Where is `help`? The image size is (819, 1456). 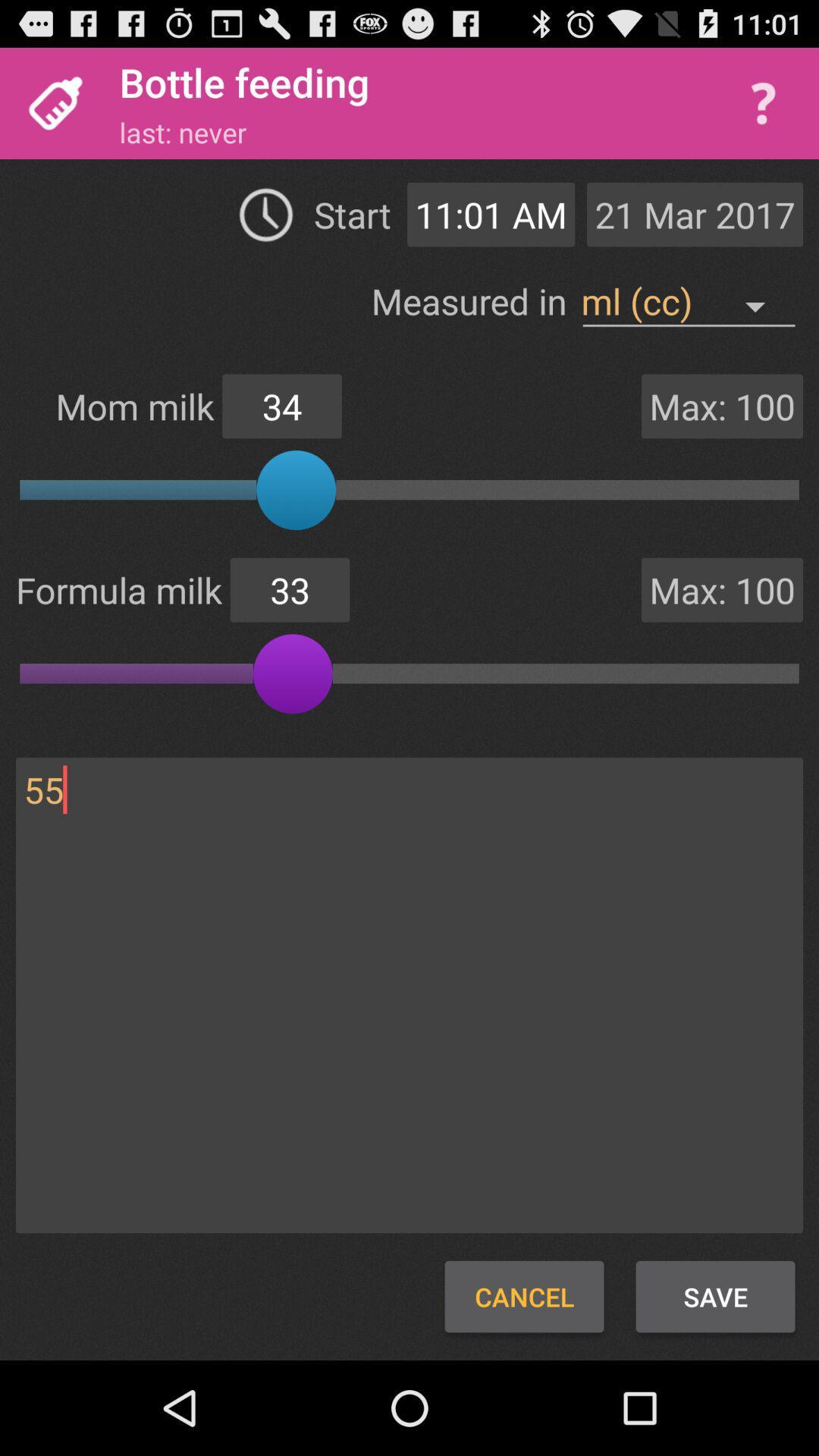 help is located at coordinates (763, 102).